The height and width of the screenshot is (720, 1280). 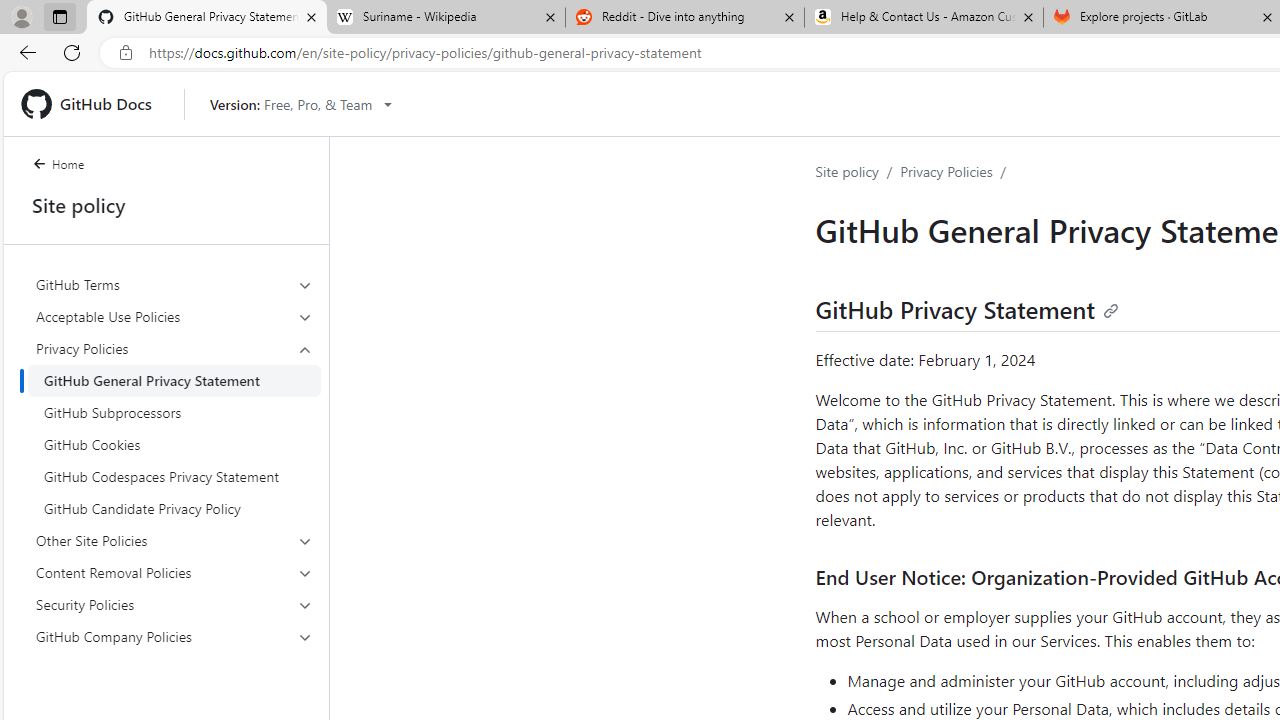 What do you see at coordinates (945, 170) in the screenshot?
I see `'Privacy Policies'` at bounding box center [945, 170].